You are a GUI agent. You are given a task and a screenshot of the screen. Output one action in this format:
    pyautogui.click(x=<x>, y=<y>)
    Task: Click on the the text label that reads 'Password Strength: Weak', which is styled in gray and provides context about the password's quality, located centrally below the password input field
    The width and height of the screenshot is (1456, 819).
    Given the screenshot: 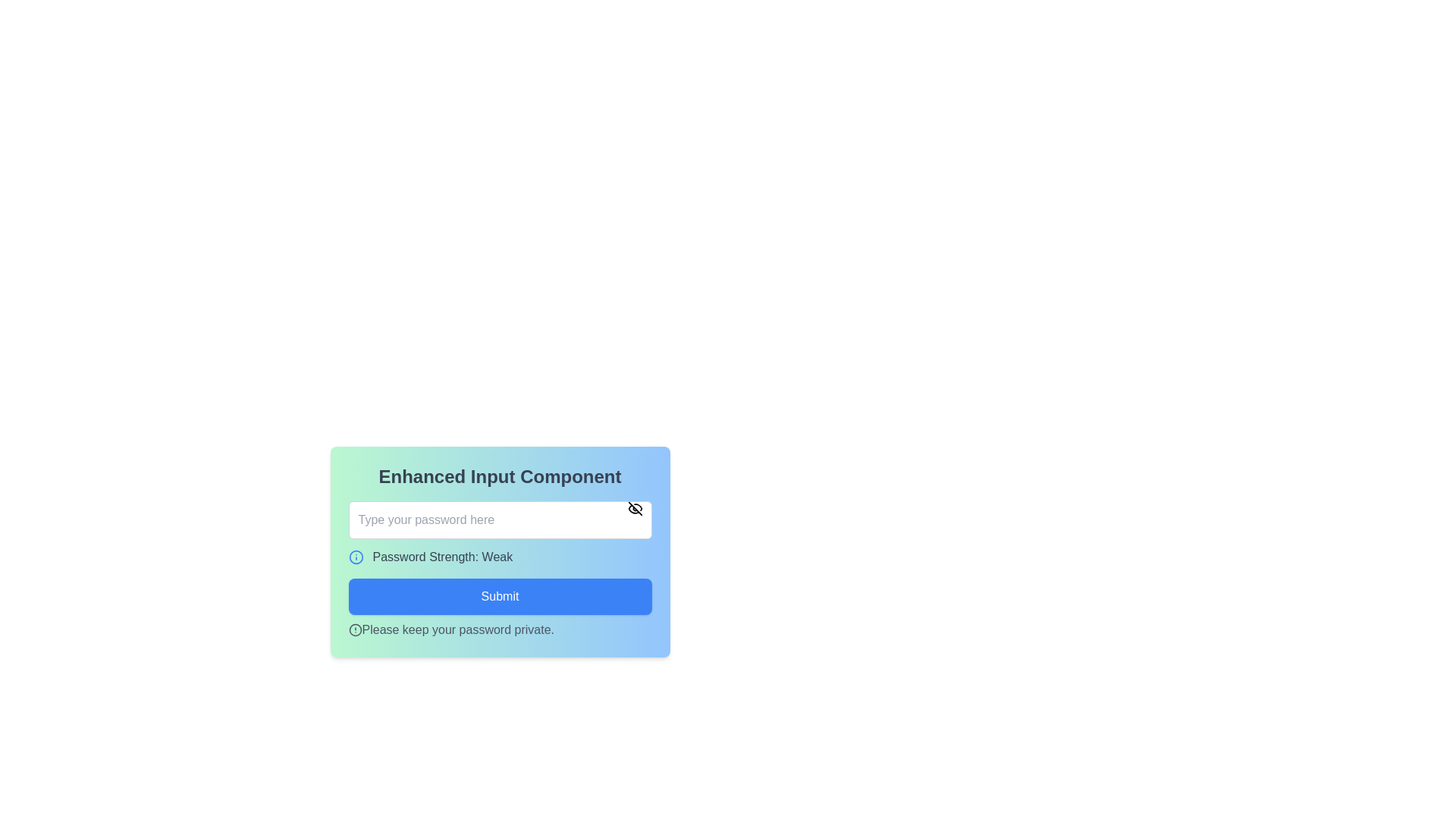 What is the action you would take?
    pyautogui.click(x=441, y=557)
    